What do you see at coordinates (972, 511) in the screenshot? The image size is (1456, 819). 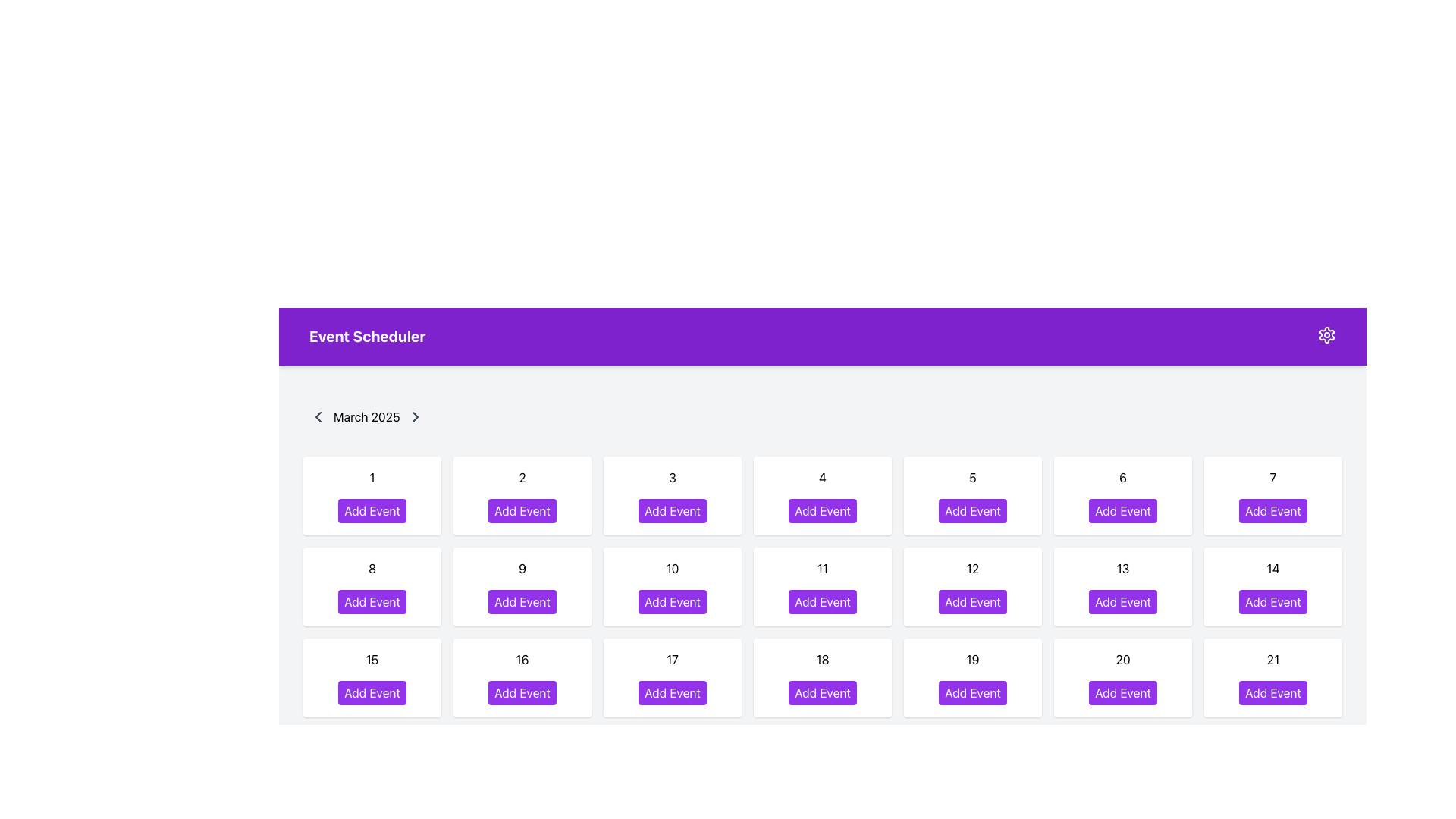 I see `the button located within the fifth tile of the first row in the grid layout of the event scheduler` at bounding box center [972, 511].